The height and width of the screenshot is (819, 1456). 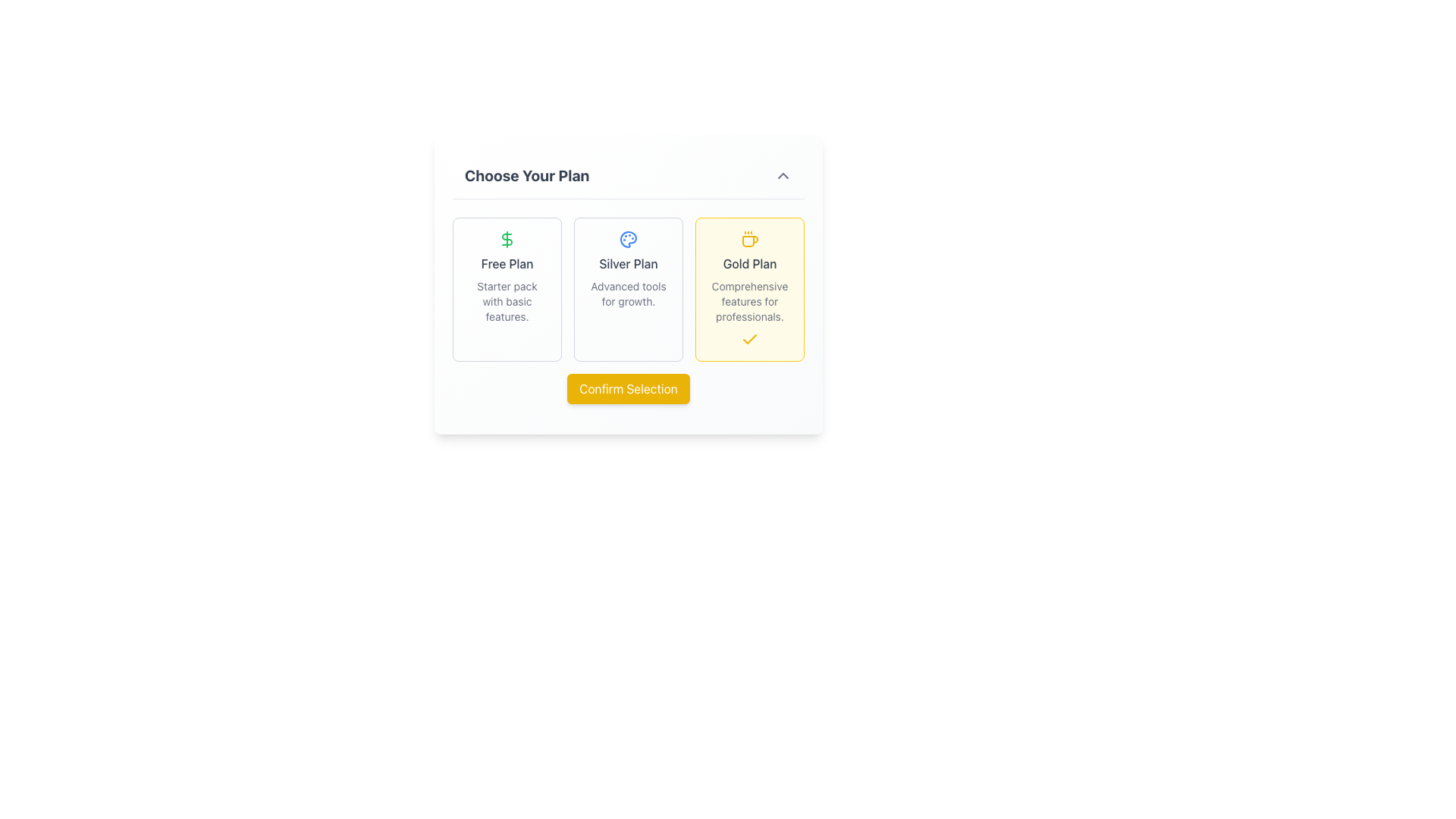 I want to click on the 'Gold Plan' text, which is located within the third subscription plan card, positioned beneath a coffee cup icon and above descriptive text, so click(x=749, y=262).